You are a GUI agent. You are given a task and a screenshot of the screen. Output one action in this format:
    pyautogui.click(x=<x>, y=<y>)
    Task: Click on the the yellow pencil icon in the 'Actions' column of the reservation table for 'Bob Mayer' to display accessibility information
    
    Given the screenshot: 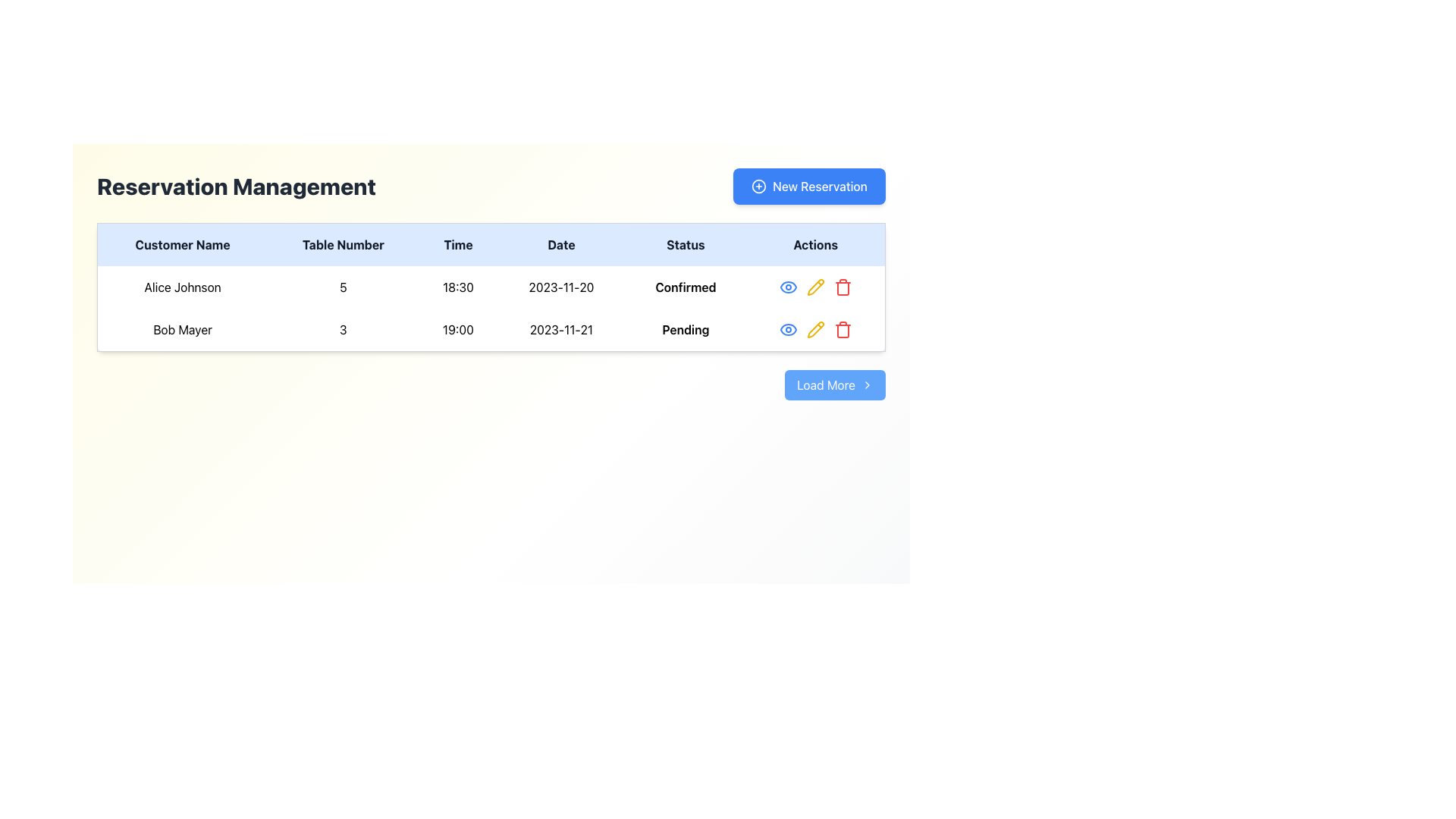 What is the action you would take?
    pyautogui.click(x=814, y=287)
    